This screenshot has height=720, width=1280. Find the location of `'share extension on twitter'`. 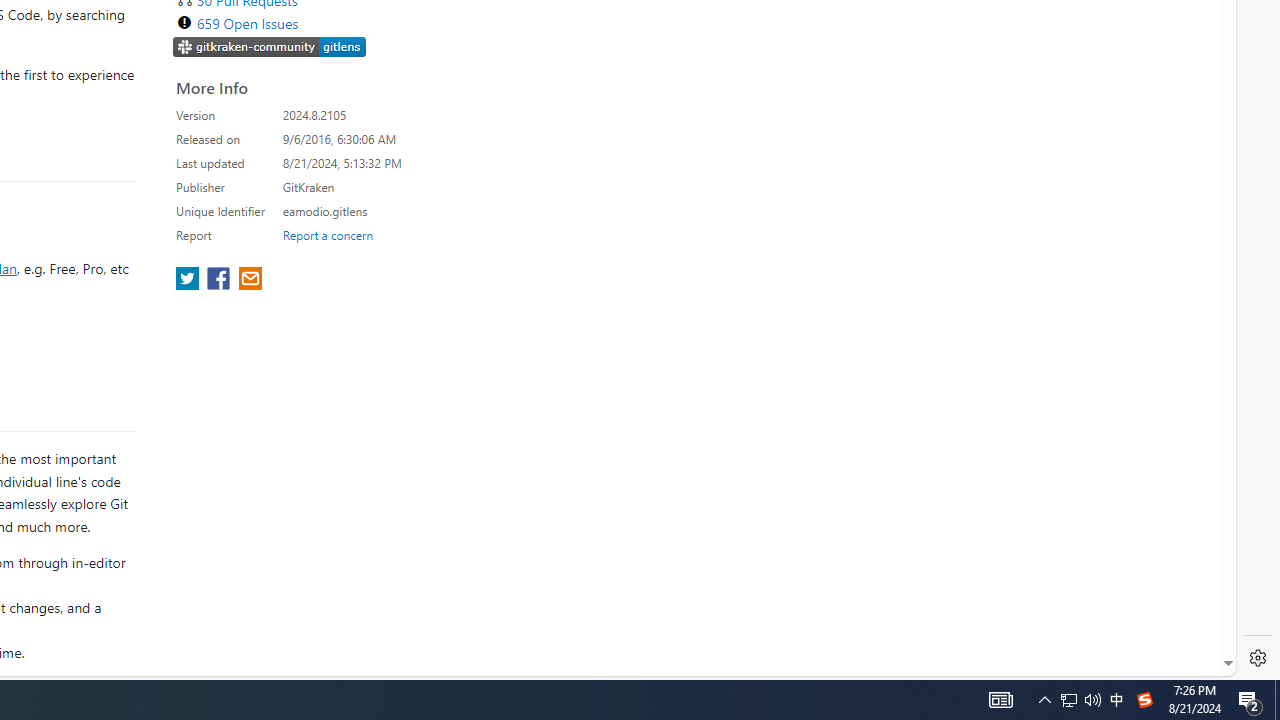

'share extension on twitter' is located at coordinates (190, 280).